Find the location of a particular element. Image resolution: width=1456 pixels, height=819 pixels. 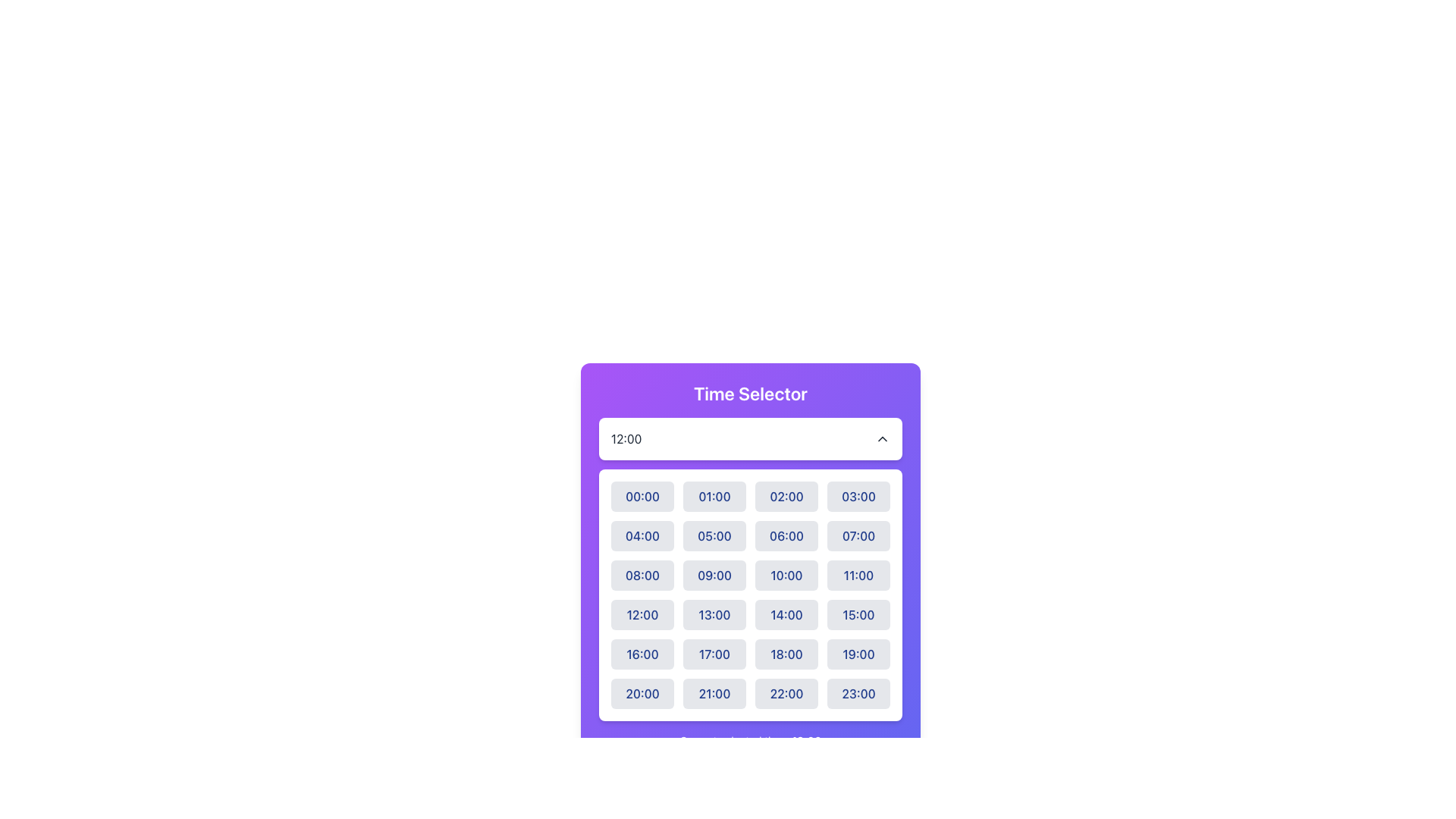

the button labeled '19:00' with a light-grey background is located at coordinates (858, 654).